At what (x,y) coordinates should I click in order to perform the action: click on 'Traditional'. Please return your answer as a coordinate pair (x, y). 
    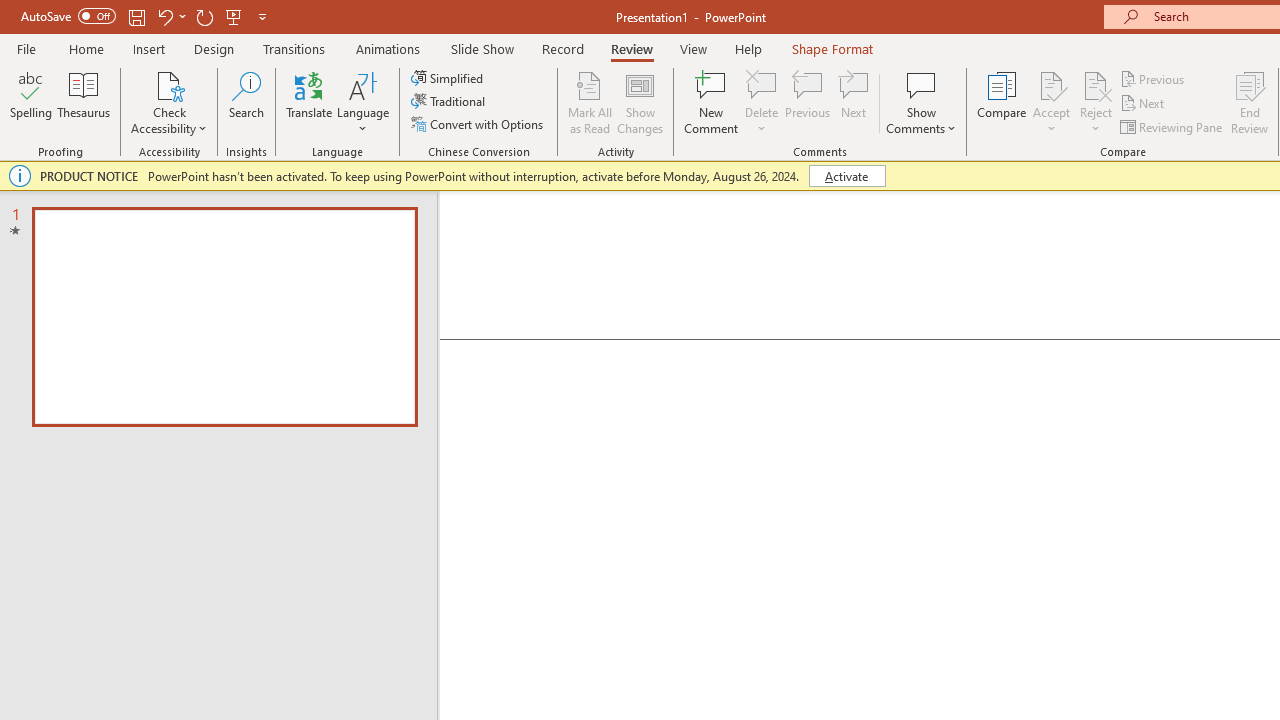
    Looking at the image, I should click on (448, 101).